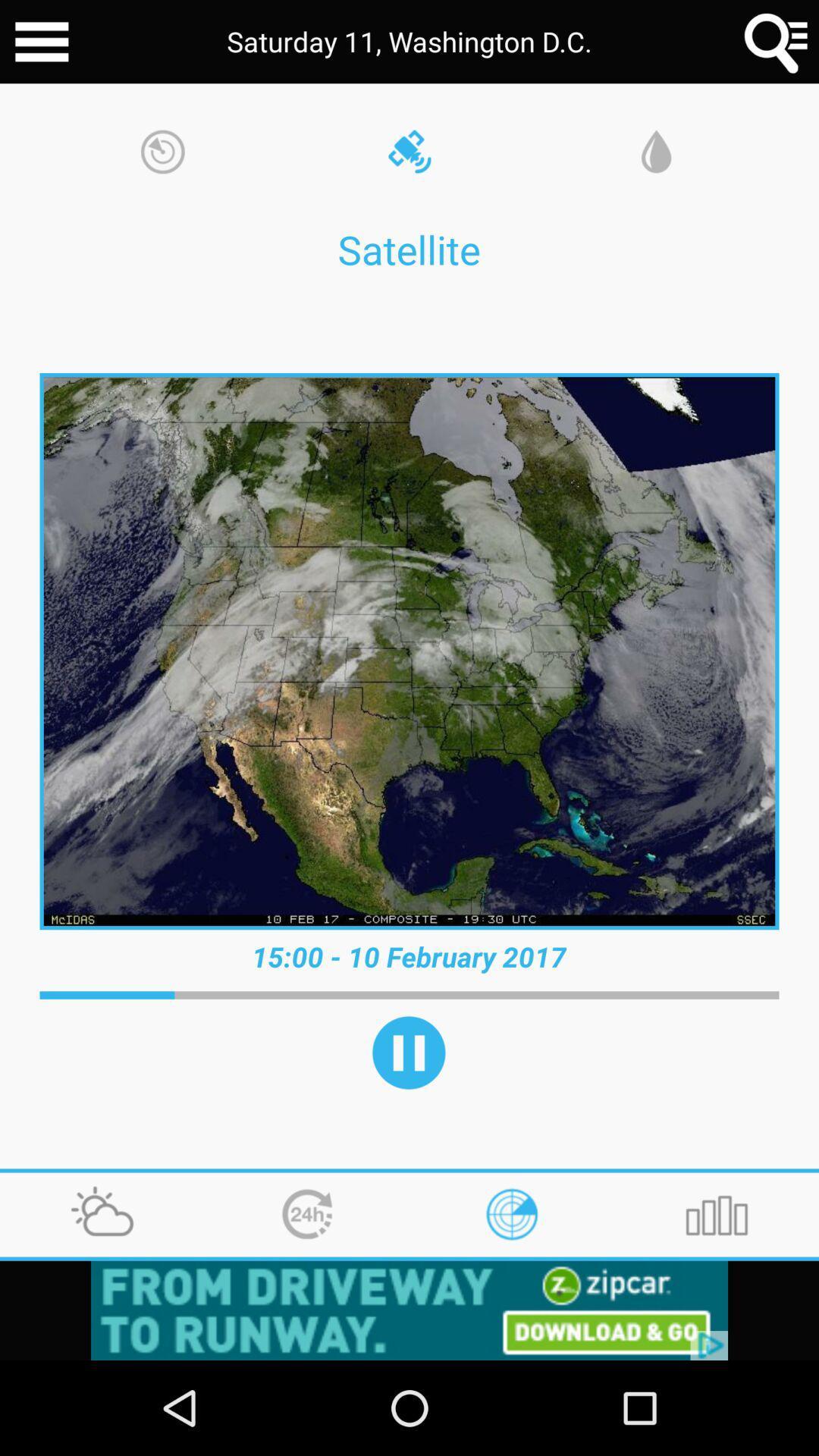 The height and width of the screenshot is (1456, 819). What do you see at coordinates (777, 42) in the screenshot?
I see `open search options` at bounding box center [777, 42].